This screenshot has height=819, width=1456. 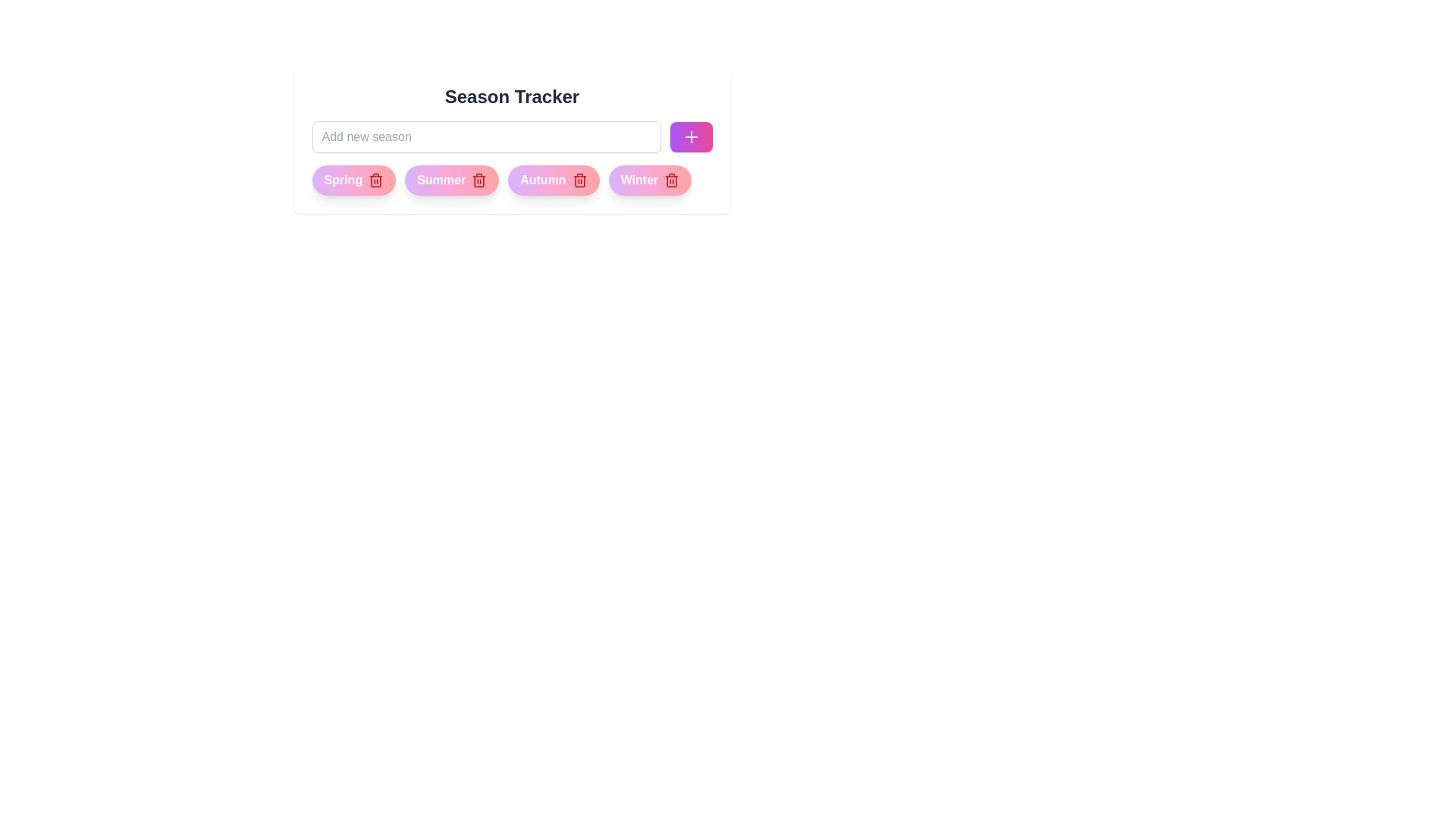 I want to click on the text in the input field to 32, so click(x=486, y=137).